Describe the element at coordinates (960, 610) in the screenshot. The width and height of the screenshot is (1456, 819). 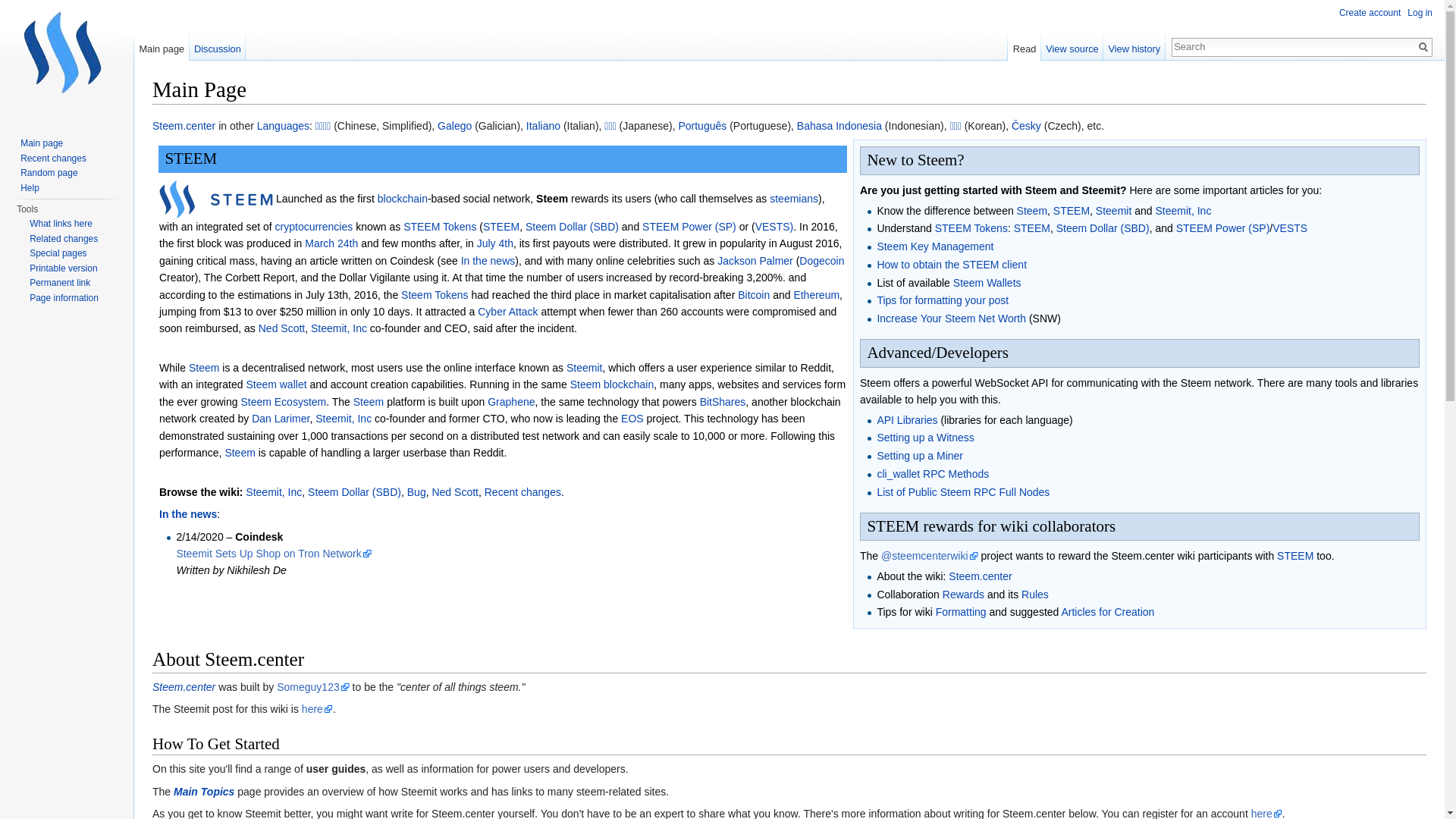
I see `'Formatting'` at that location.